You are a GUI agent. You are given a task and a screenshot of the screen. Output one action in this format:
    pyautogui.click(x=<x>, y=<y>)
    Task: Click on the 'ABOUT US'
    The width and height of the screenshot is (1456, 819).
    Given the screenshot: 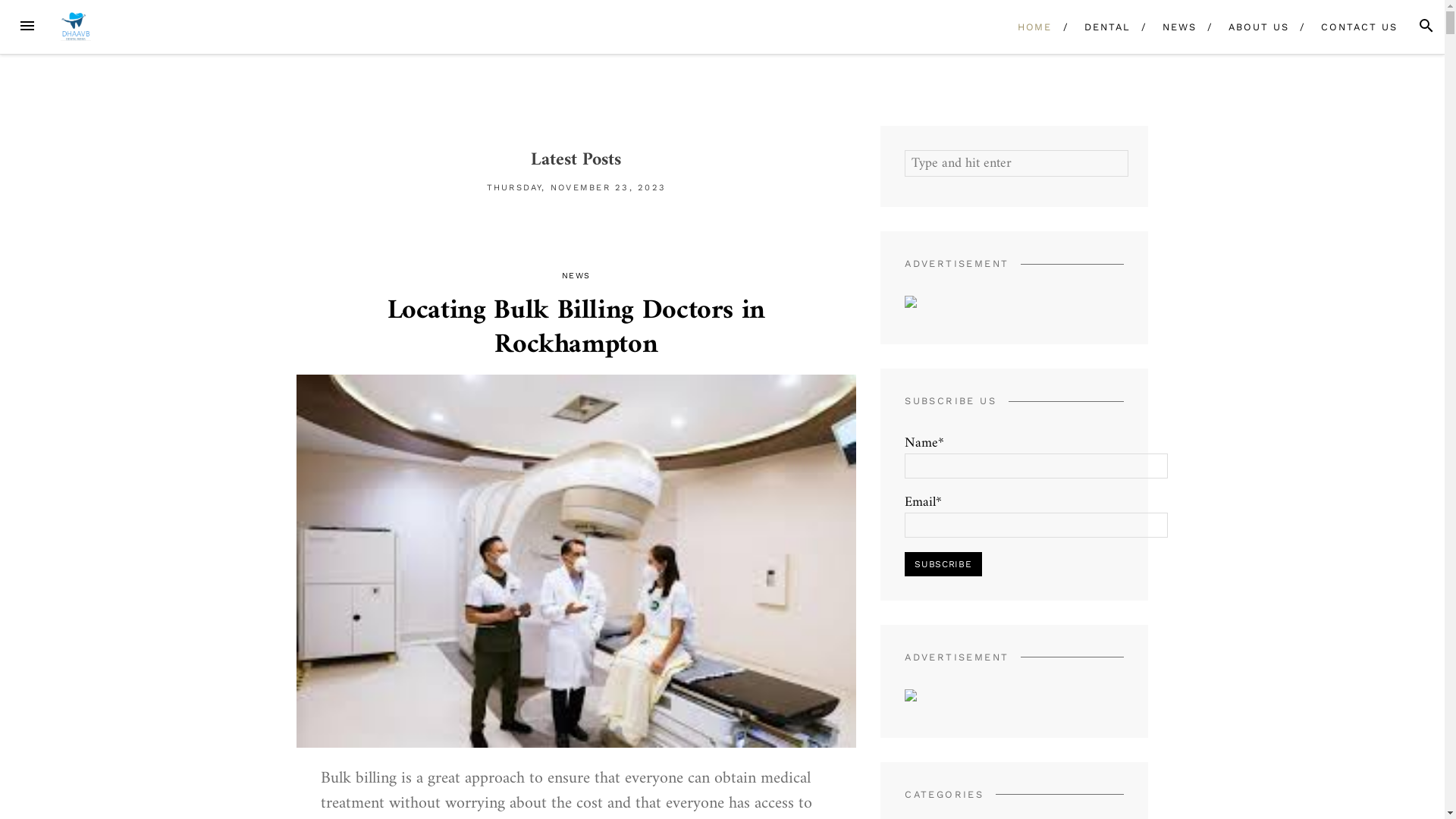 What is the action you would take?
    pyautogui.click(x=1259, y=27)
    